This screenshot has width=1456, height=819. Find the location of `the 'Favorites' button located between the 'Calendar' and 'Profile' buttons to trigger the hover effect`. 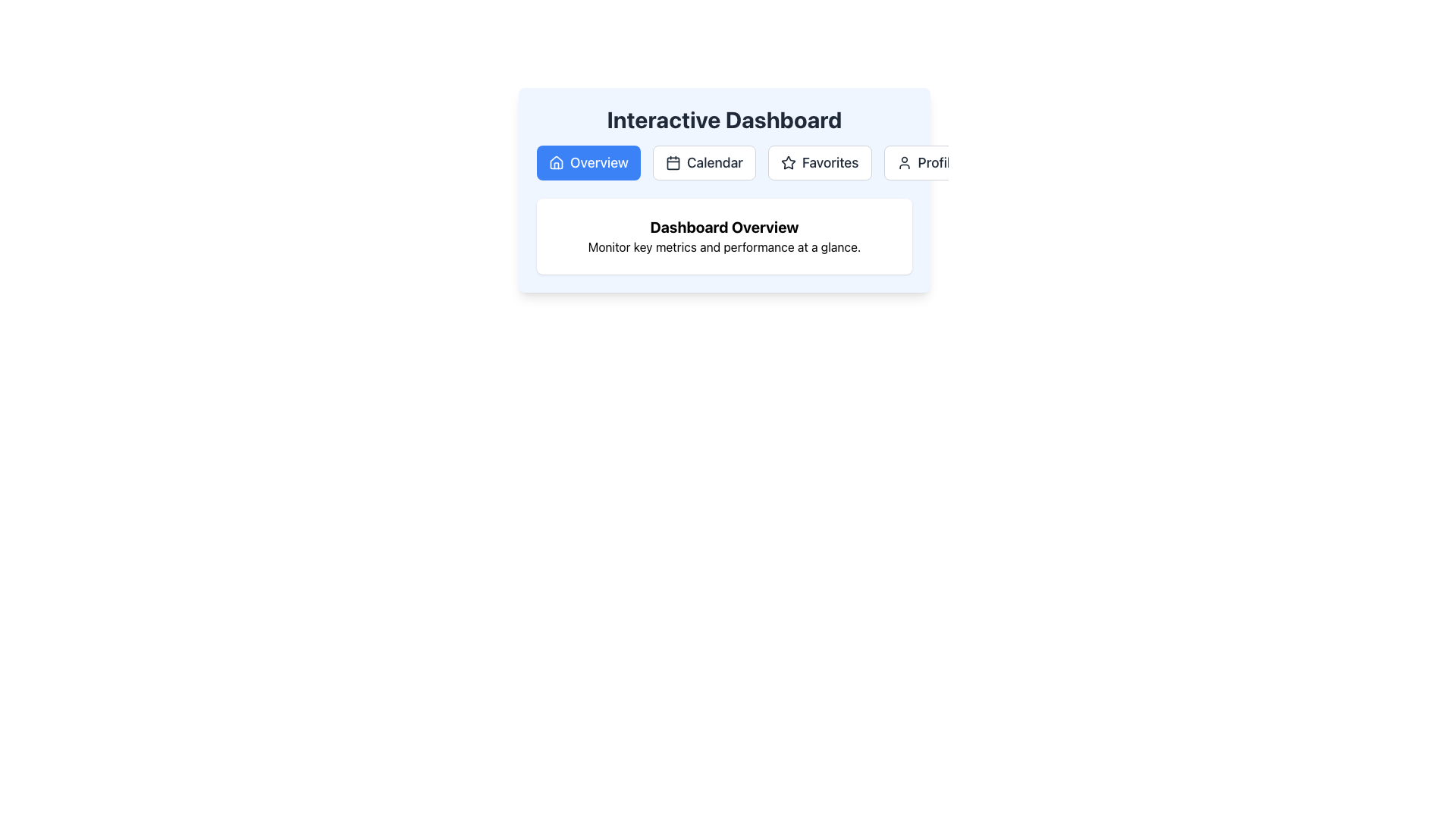

the 'Favorites' button located between the 'Calendar' and 'Profile' buttons to trigger the hover effect is located at coordinates (819, 163).